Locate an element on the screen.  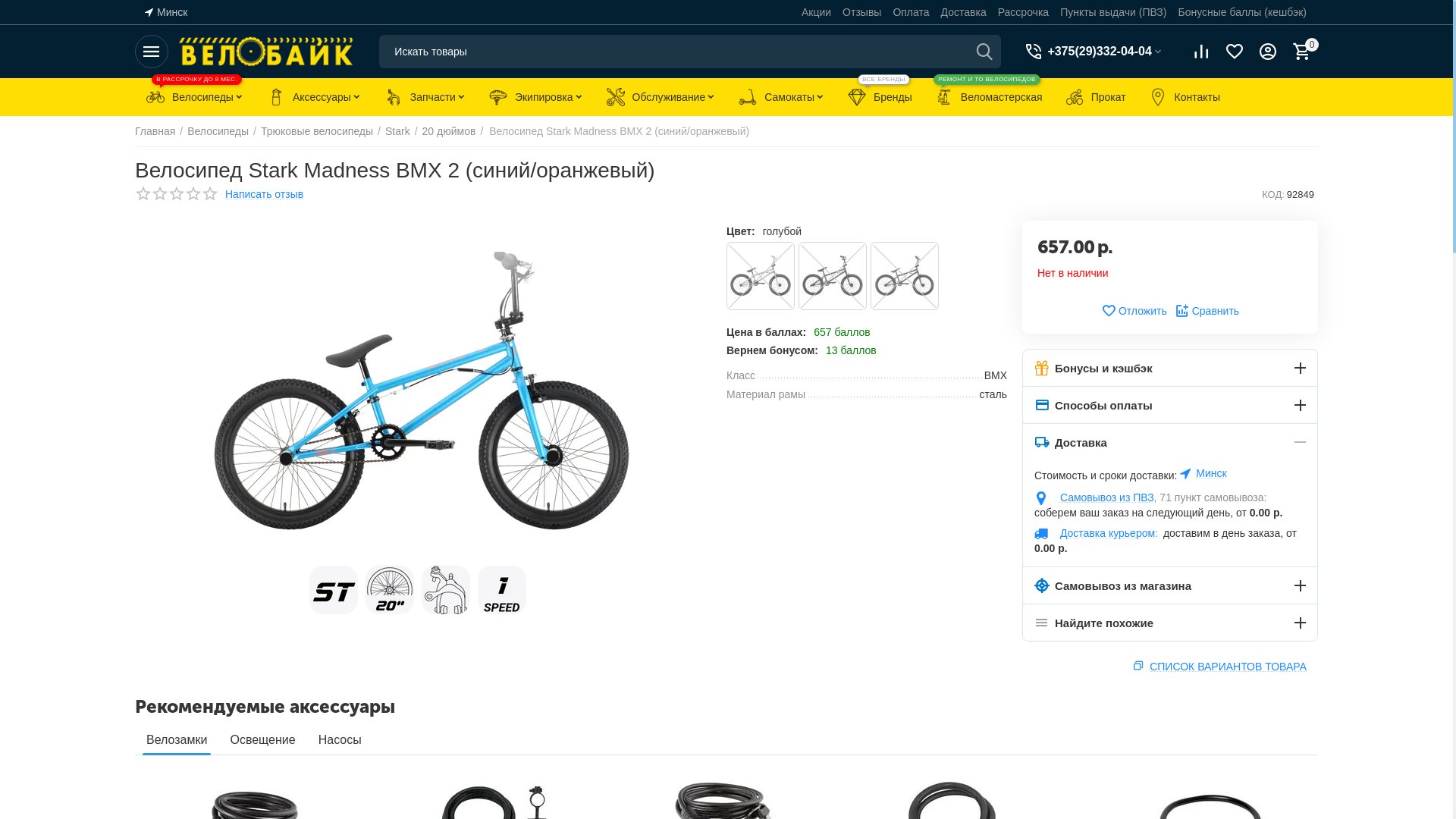
'0' is located at coordinates (1301, 51).